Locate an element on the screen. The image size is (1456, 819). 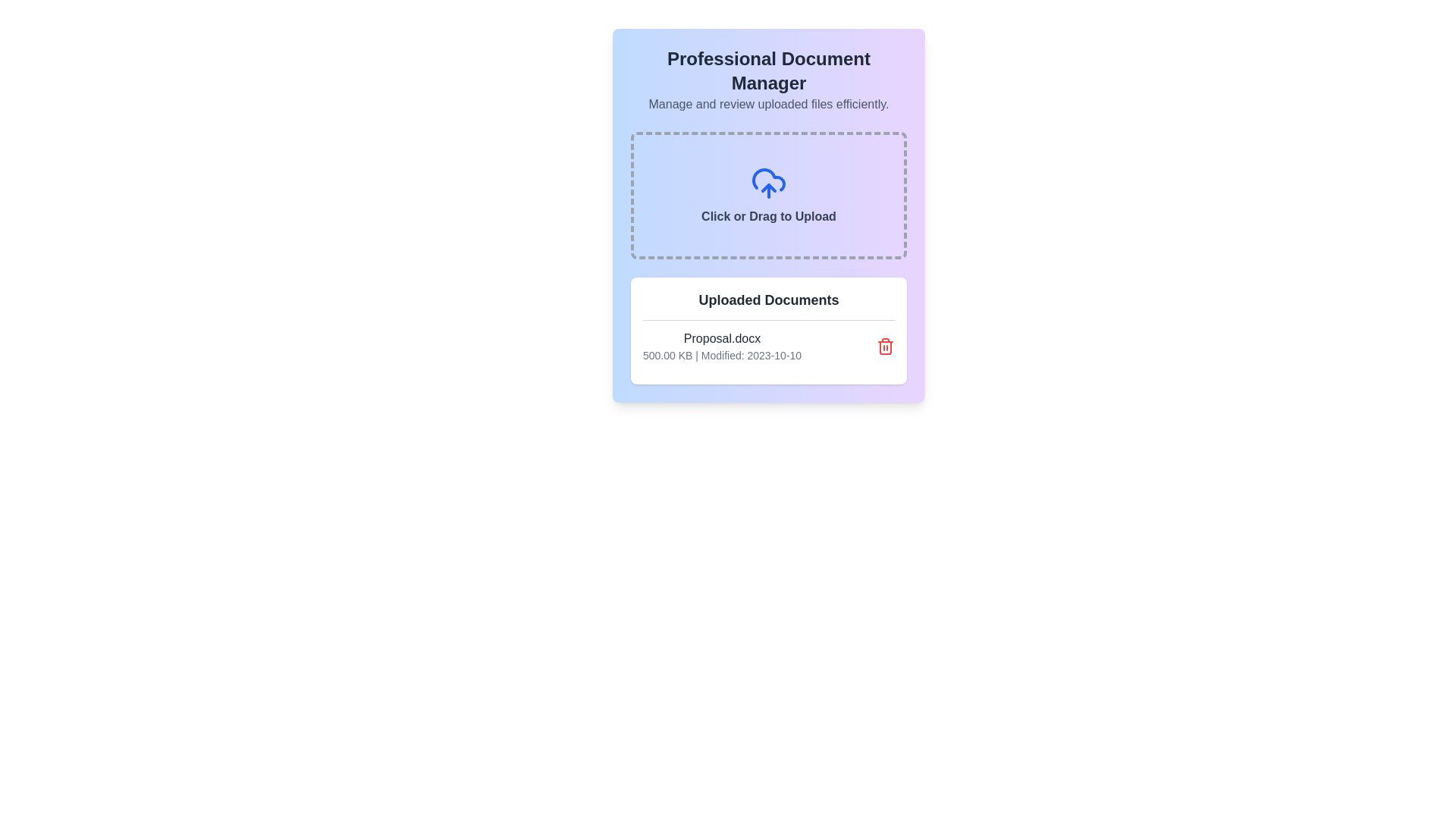
the File upload area with a dashed gray border and a gradient blue-to-purple background that reads 'Click or Drag to Upload' is located at coordinates (768, 195).